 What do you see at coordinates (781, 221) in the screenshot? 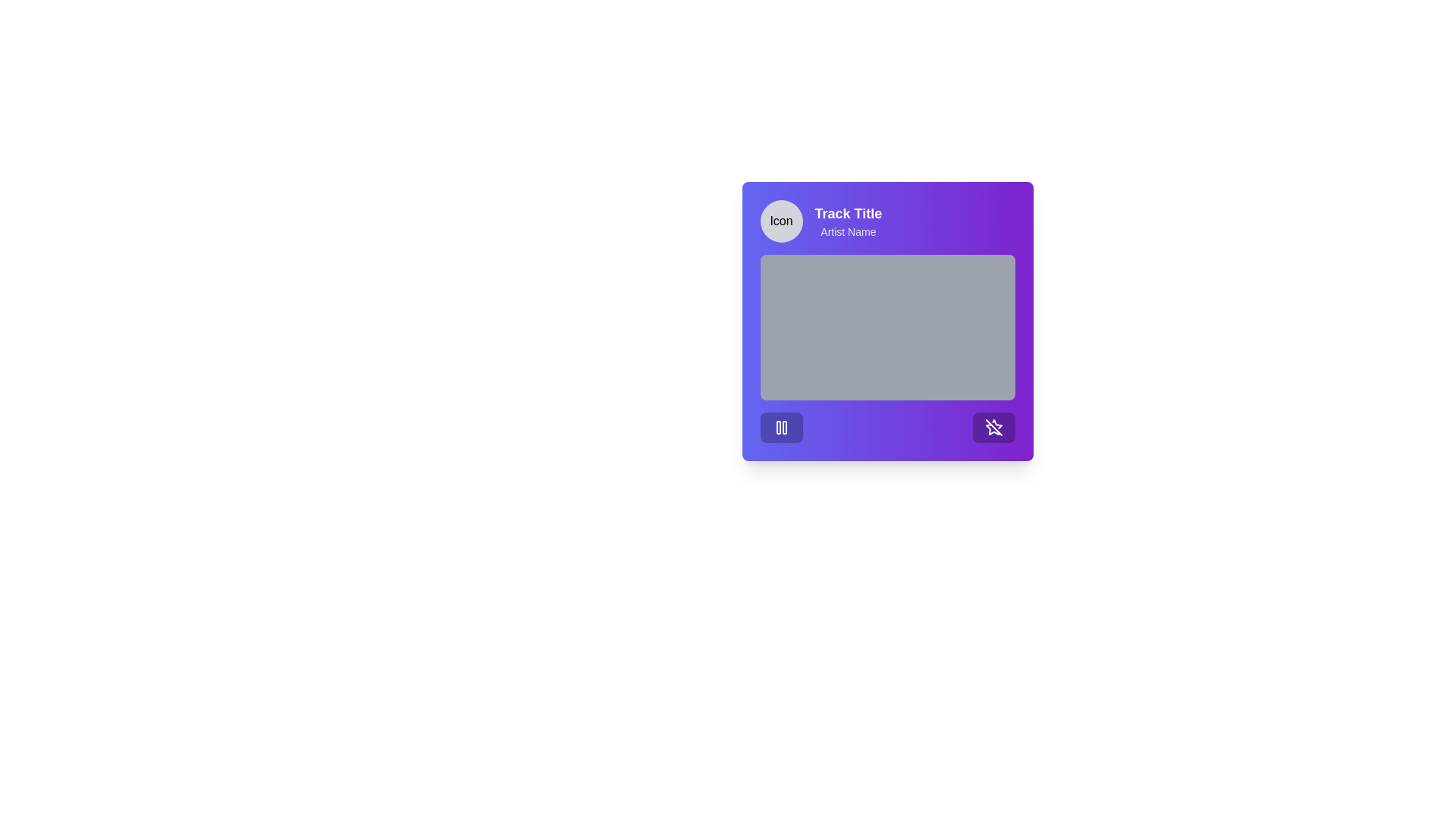
I see `the circular graphic element with the text 'Icon' in black, which is styled with rounded edges and located` at bounding box center [781, 221].